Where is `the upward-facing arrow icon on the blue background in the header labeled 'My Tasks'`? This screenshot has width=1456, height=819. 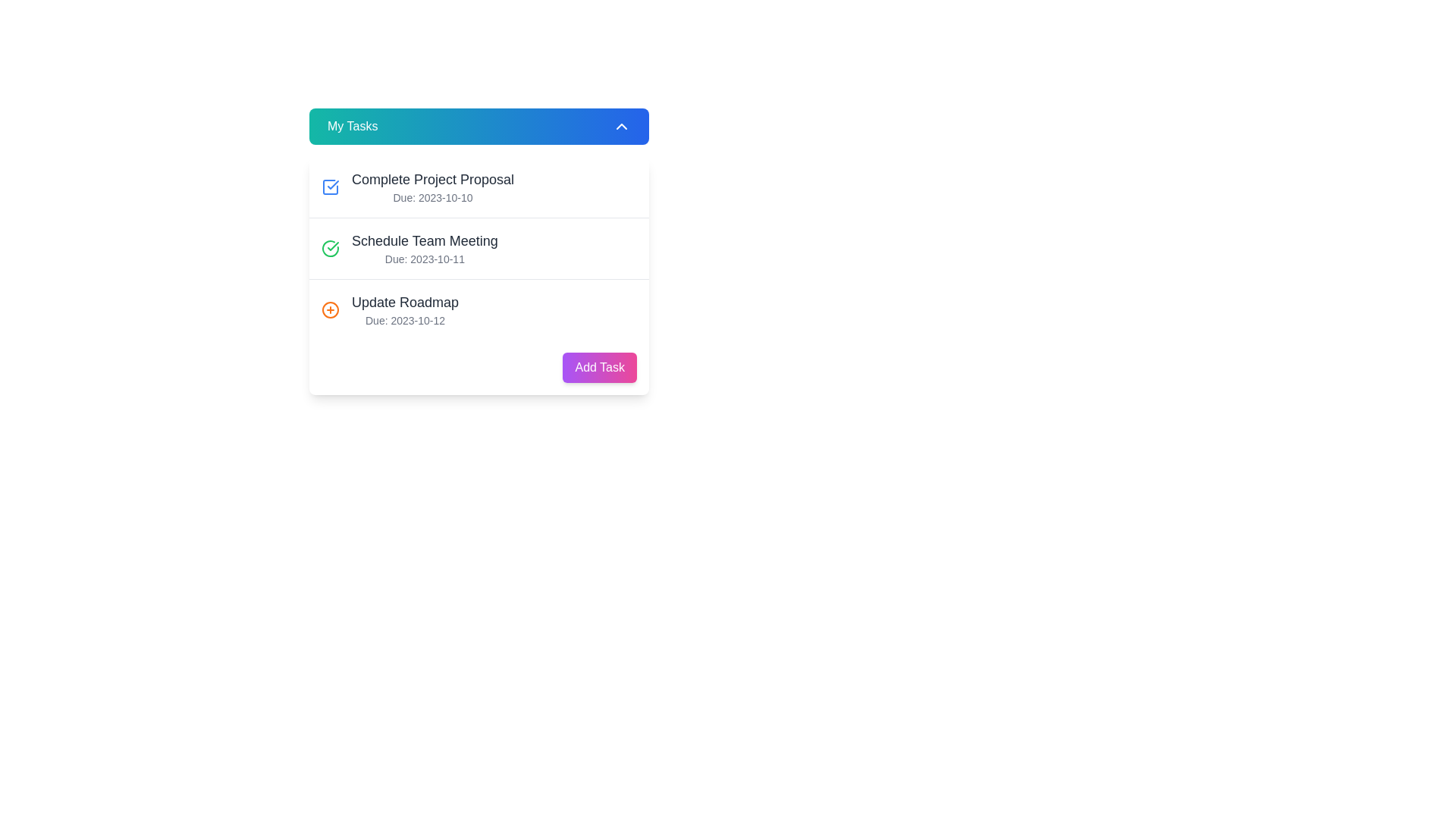 the upward-facing arrow icon on the blue background in the header labeled 'My Tasks' is located at coordinates (622, 125).